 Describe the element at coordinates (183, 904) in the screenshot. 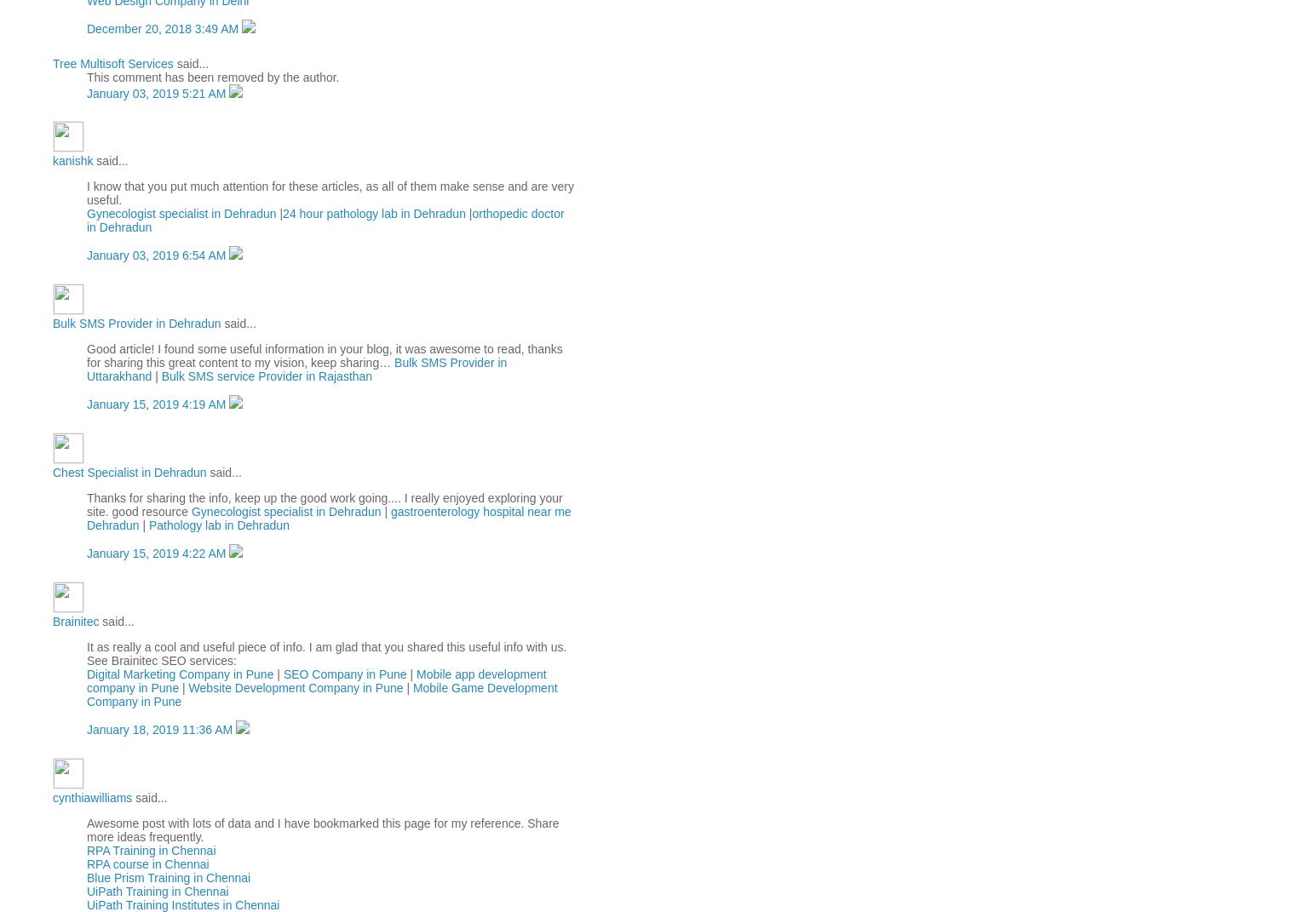

I see `'UiPath Training Institutes in Chennai'` at that location.